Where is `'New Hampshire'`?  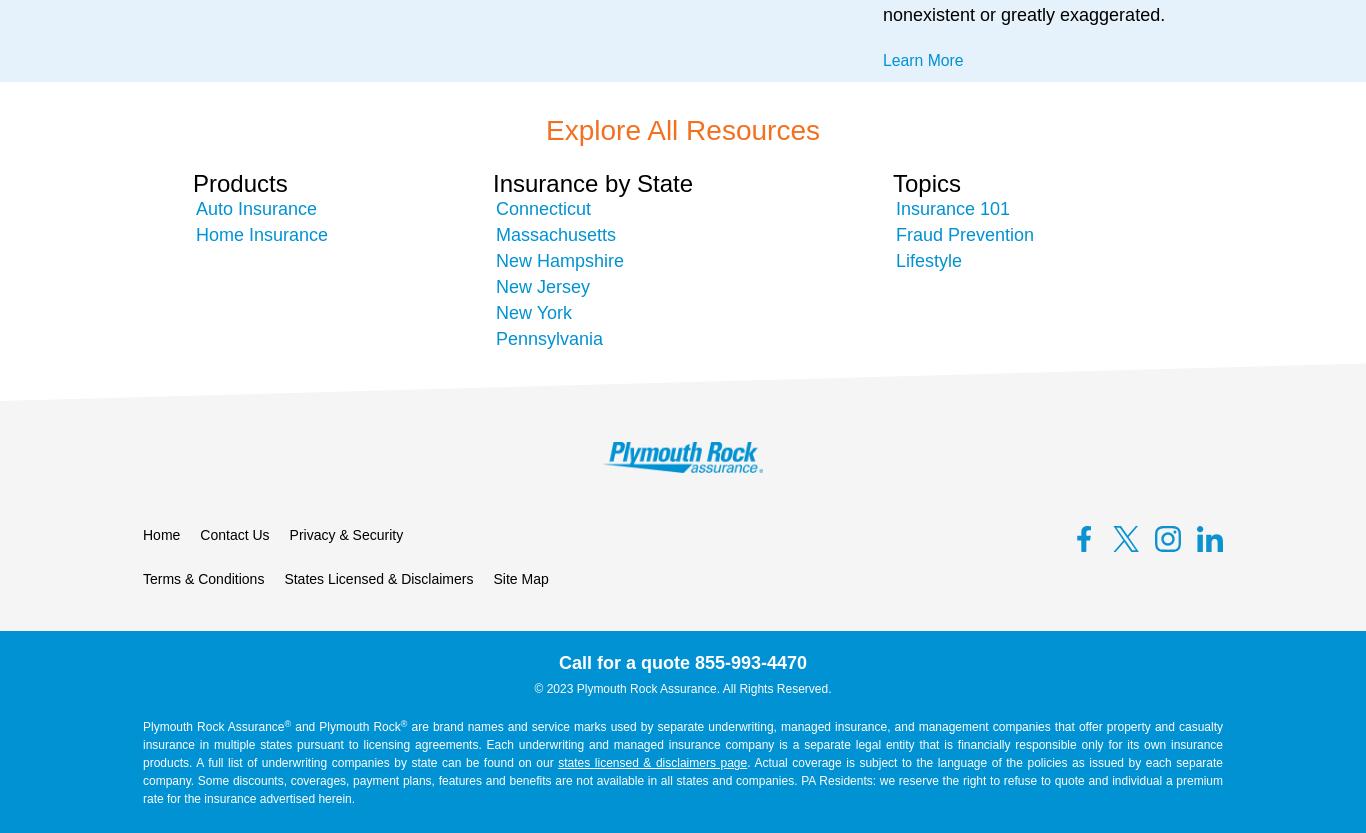 'New Hampshire' is located at coordinates (560, 260).